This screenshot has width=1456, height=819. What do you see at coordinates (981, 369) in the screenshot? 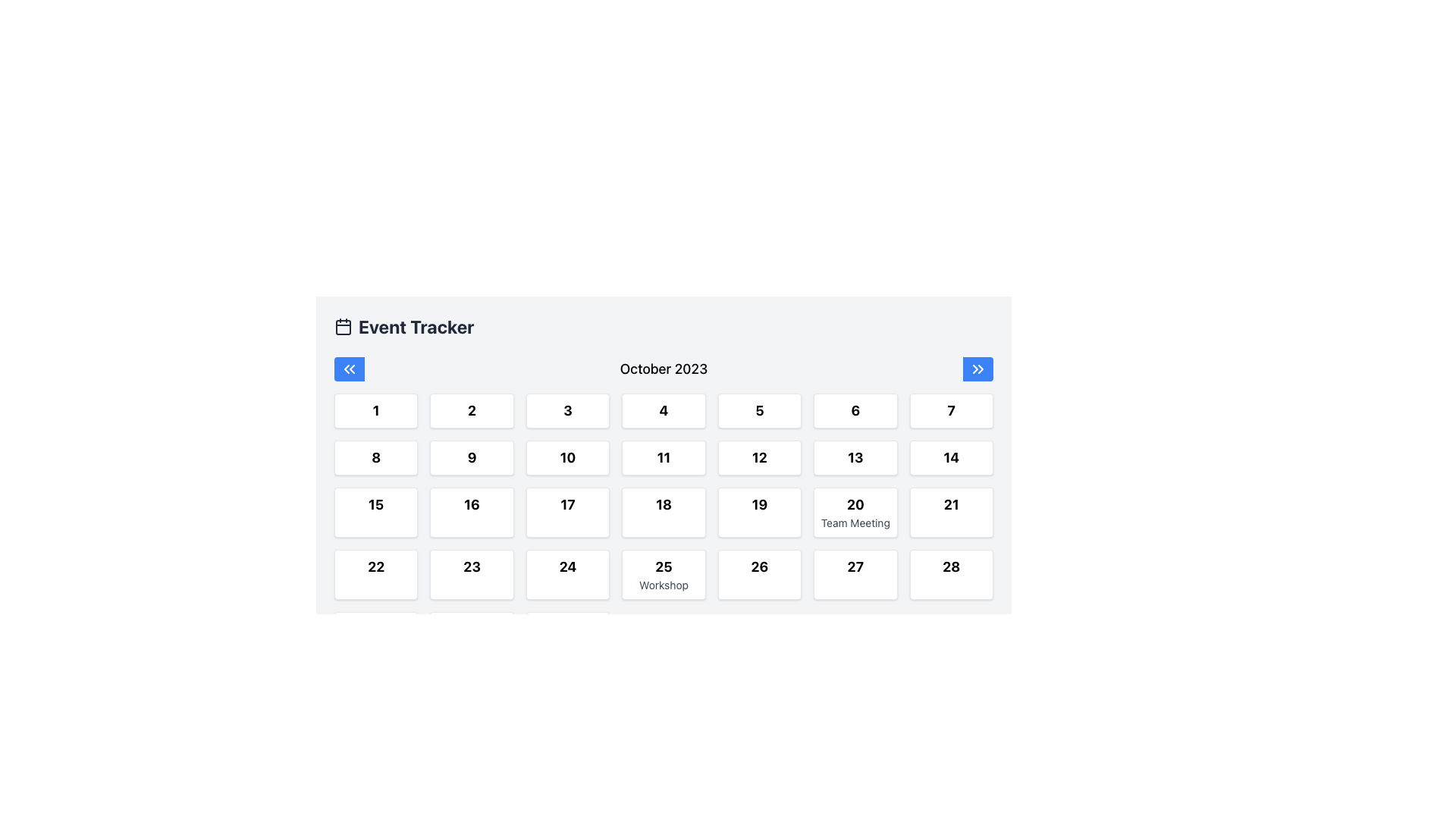
I see `the arrow icon located in the top-right corner of the calendar's header section to trigger a tooltip` at bounding box center [981, 369].